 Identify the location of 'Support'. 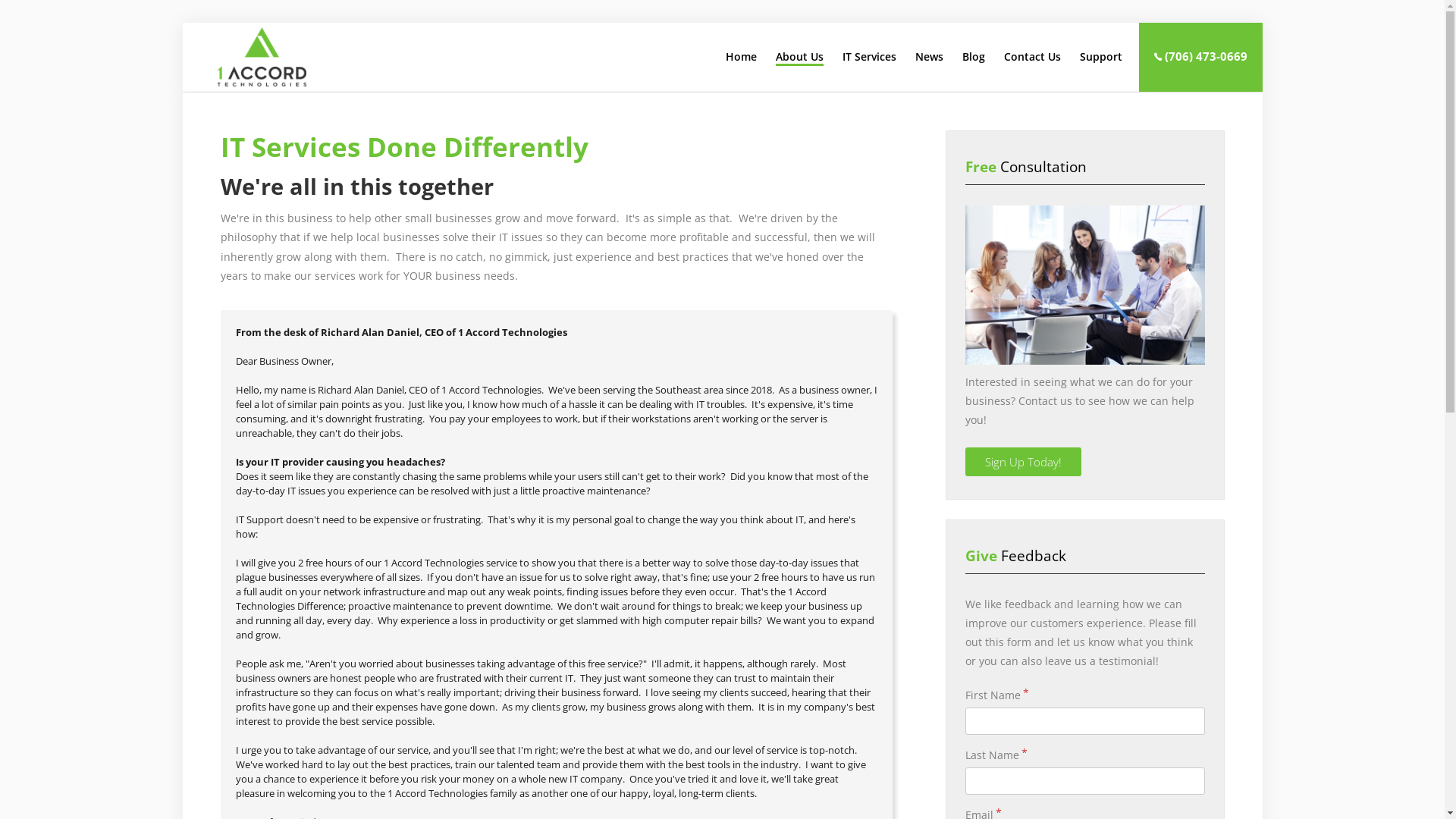
(1100, 55).